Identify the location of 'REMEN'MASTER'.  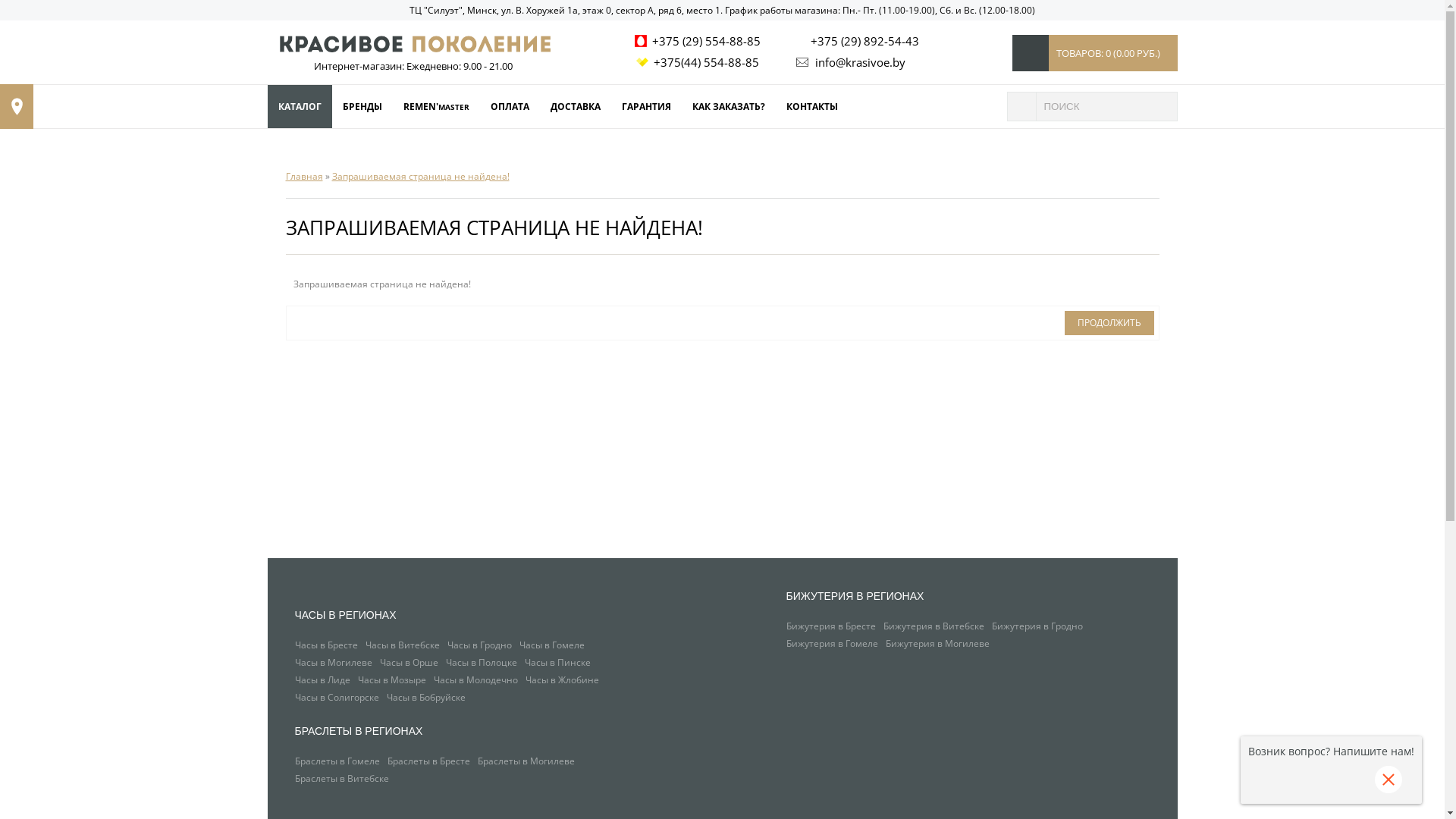
(435, 105).